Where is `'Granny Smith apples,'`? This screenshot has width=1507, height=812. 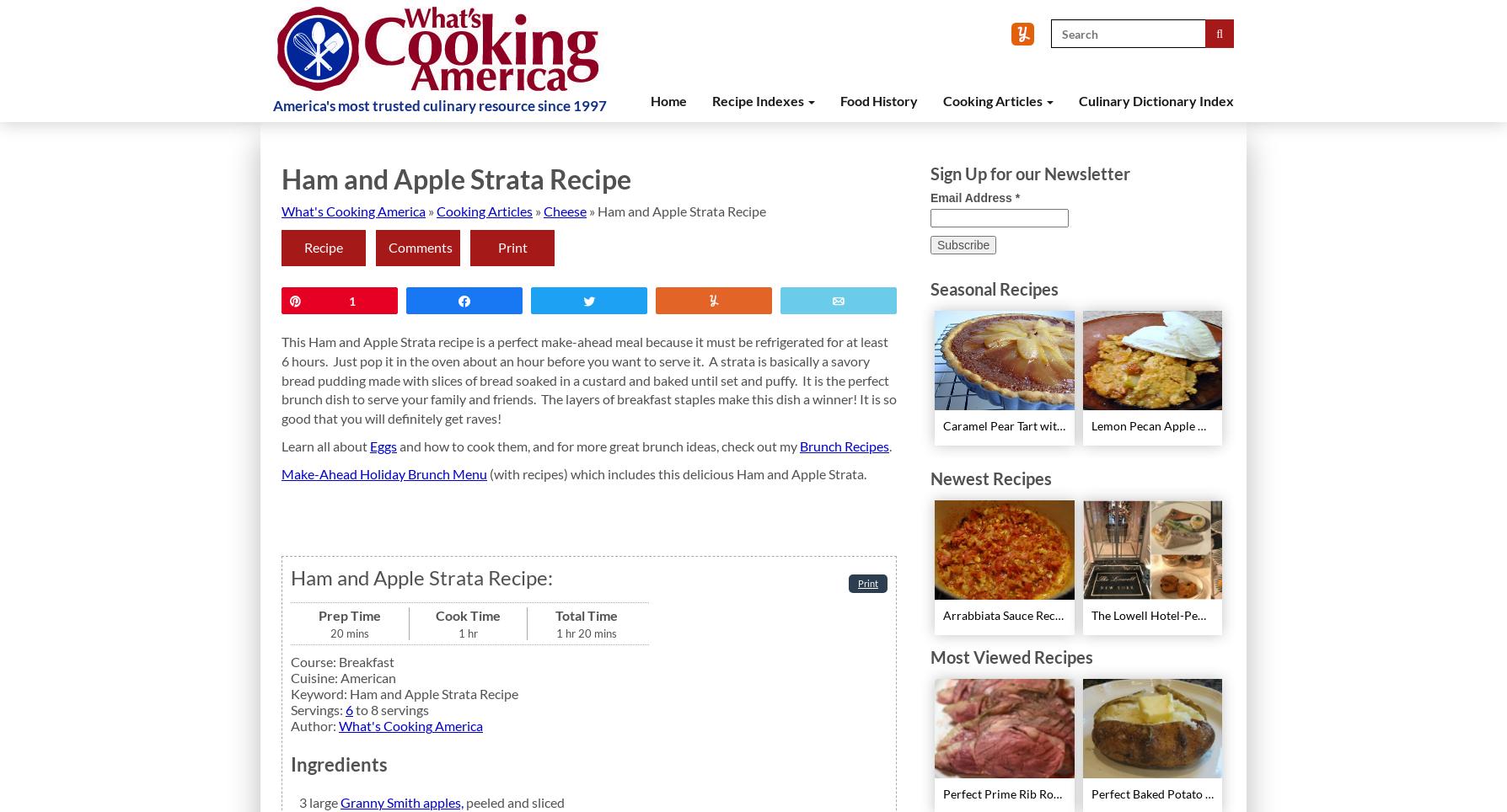 'Granny Smith apples,' is located at coordinates (402, 802).